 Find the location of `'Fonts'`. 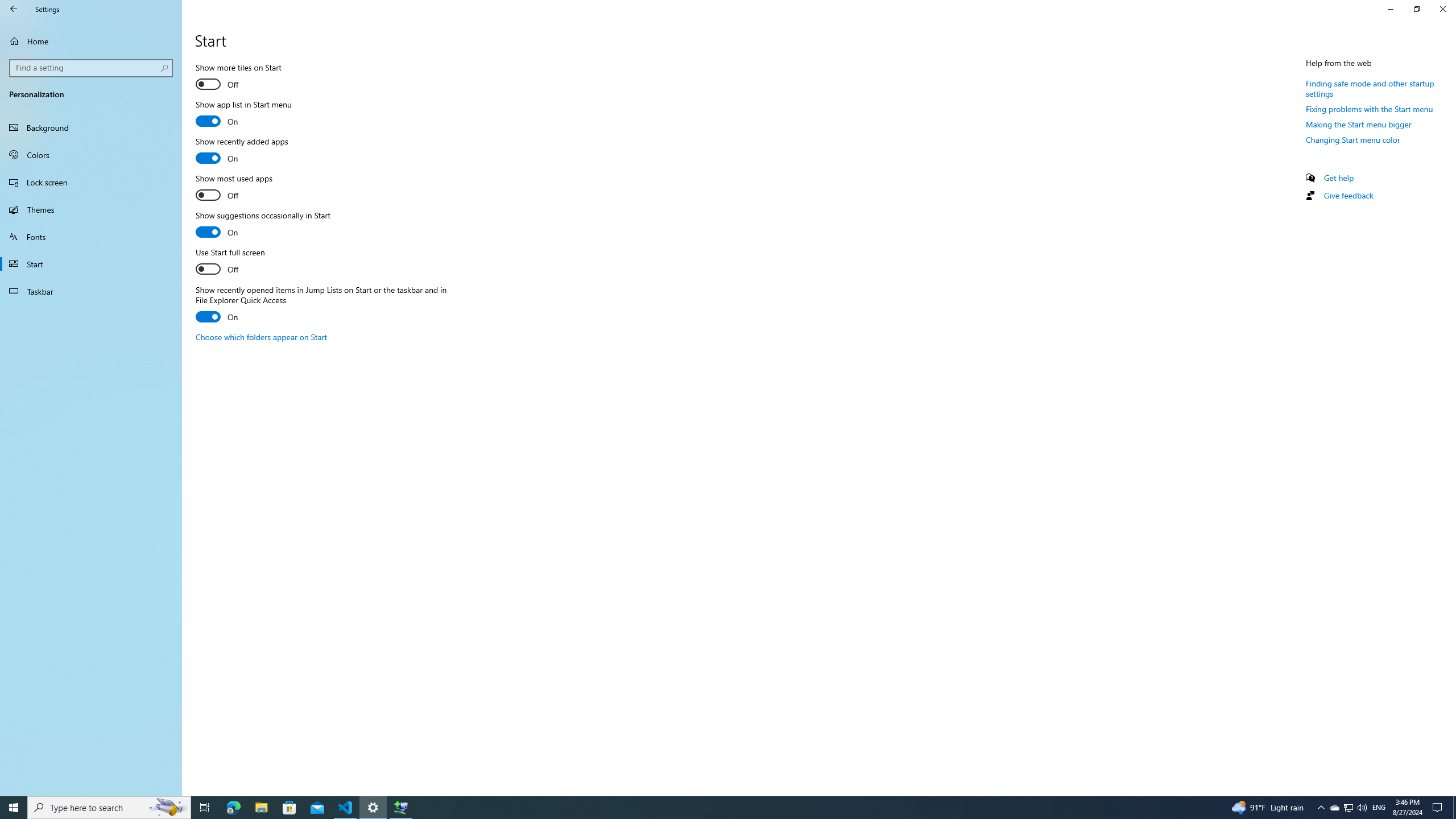

'Fonts' is located at coordinates (90, 236).